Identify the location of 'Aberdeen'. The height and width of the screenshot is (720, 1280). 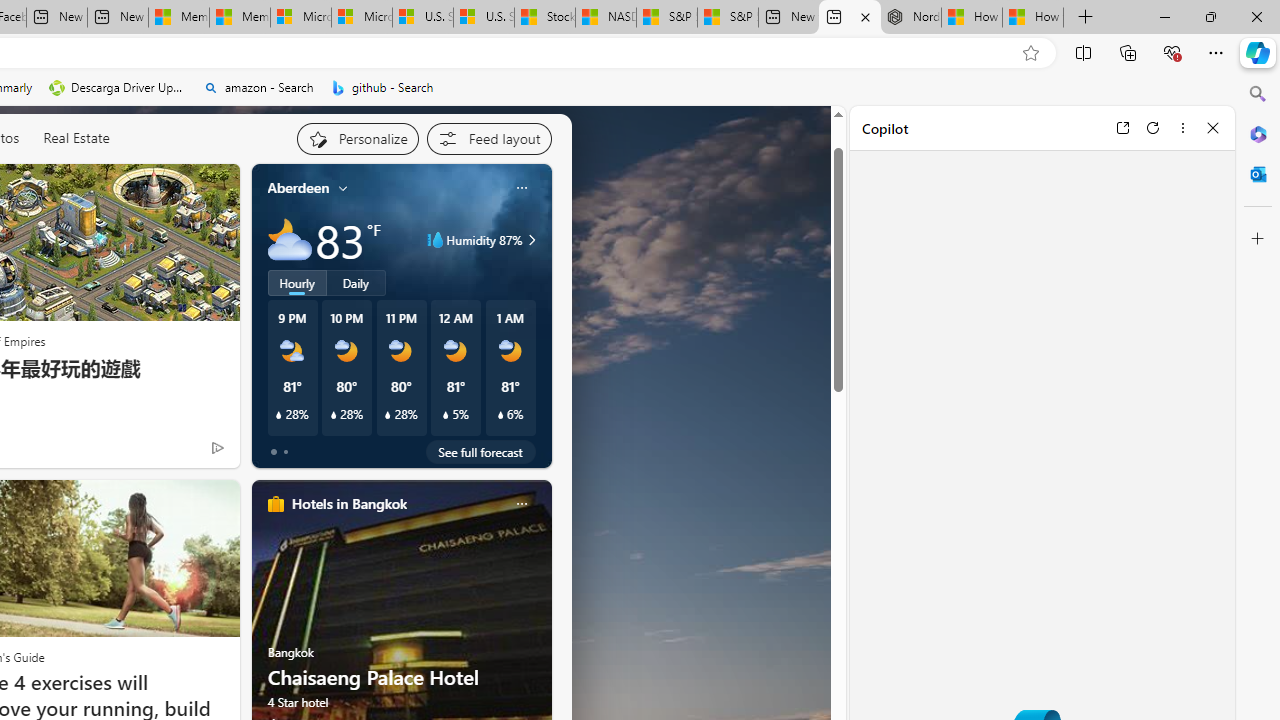
(297, 188).